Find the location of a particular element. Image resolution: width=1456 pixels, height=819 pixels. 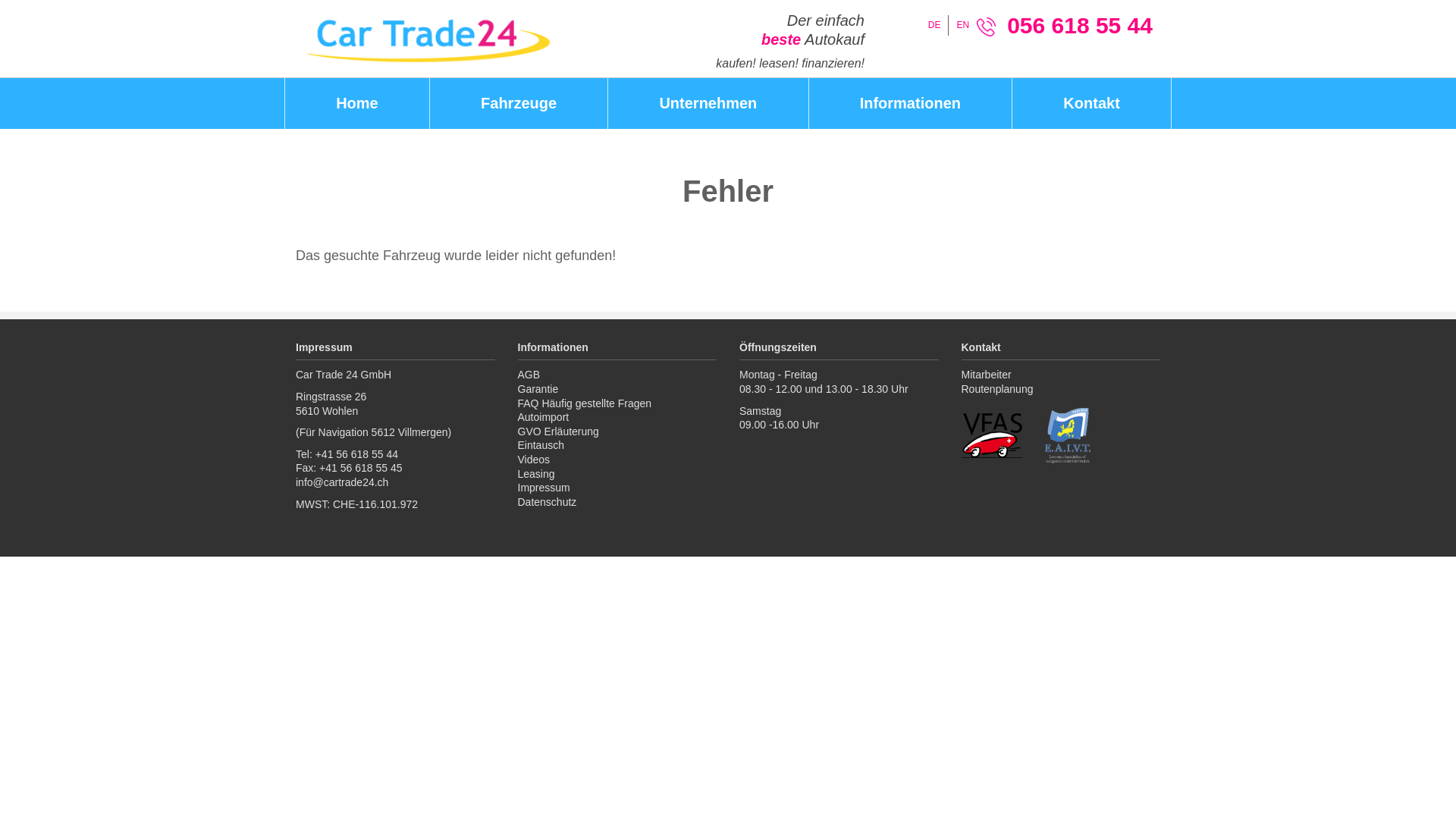

'EN' is located at coordinates (962, 25).